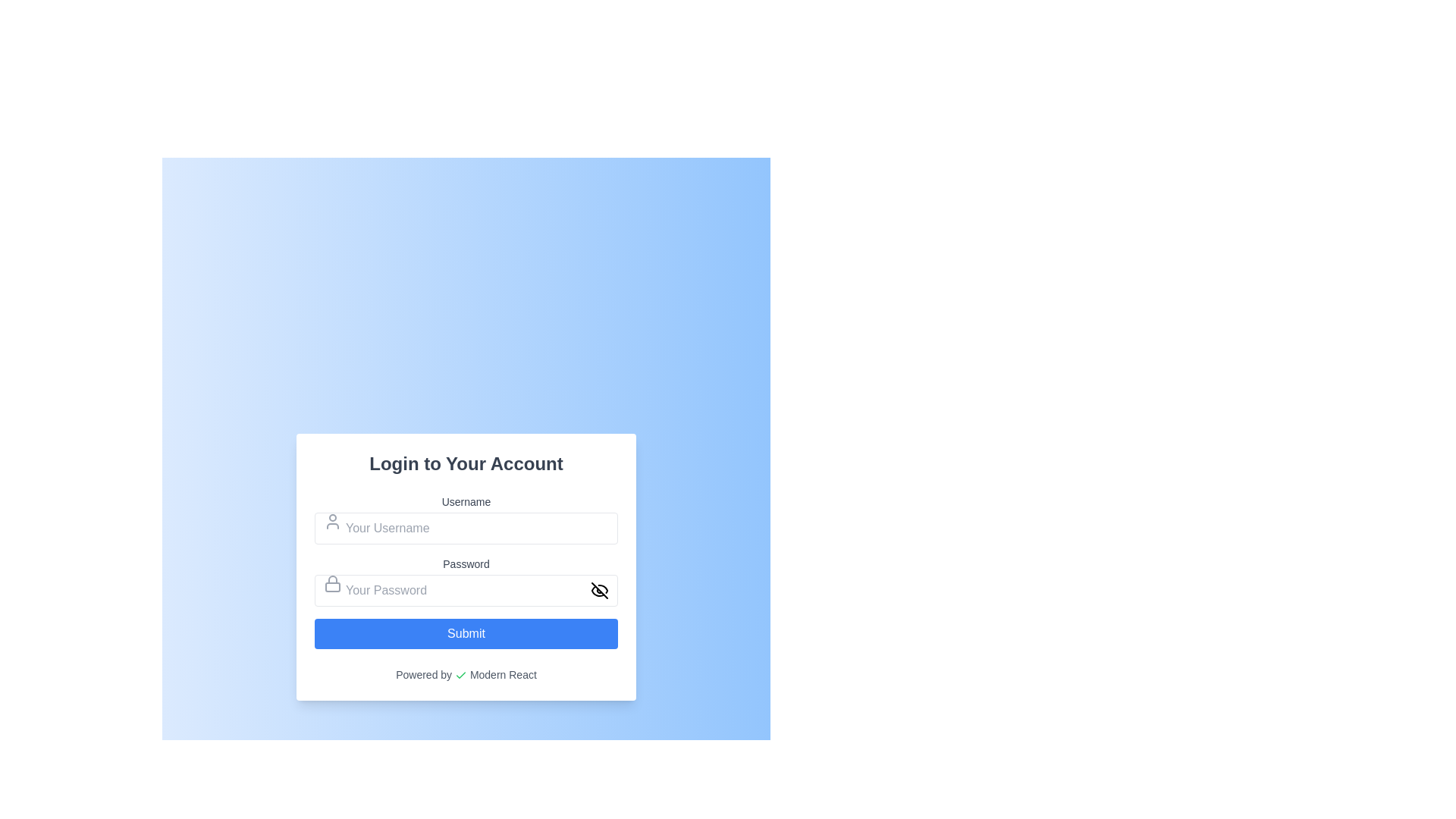 This screenshot has height=819, width=1456. I want to click on the 'Username' text label which is styled with a smaller font and gray coloring, positioned above the username input area in the login form, so click(465, 502).